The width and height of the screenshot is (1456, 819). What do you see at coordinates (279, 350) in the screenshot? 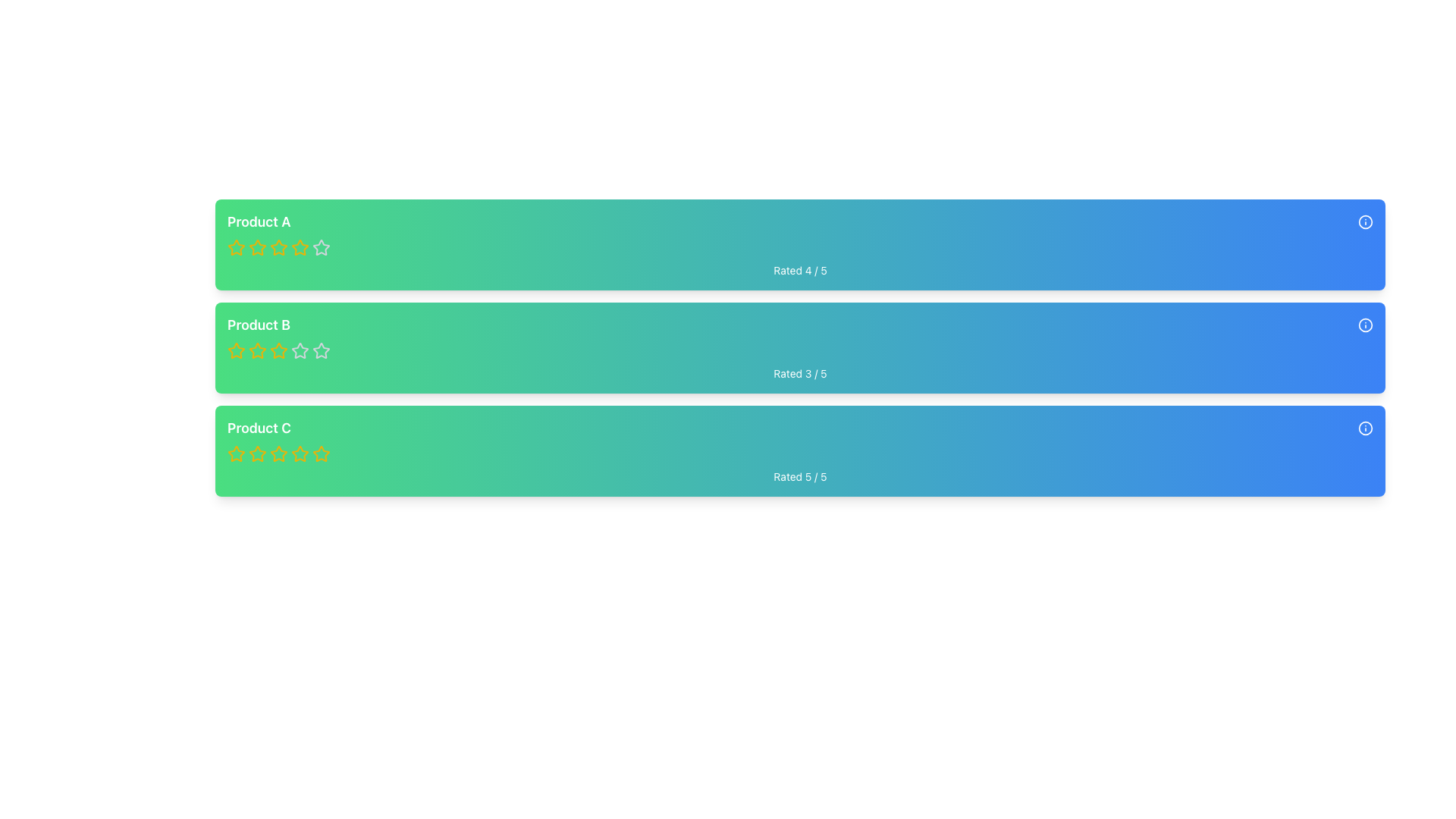
I see `the selected yellow star icon, which is the second star in the horizontal sequence for rating 'Product B'` at bounding box center [279, 350].